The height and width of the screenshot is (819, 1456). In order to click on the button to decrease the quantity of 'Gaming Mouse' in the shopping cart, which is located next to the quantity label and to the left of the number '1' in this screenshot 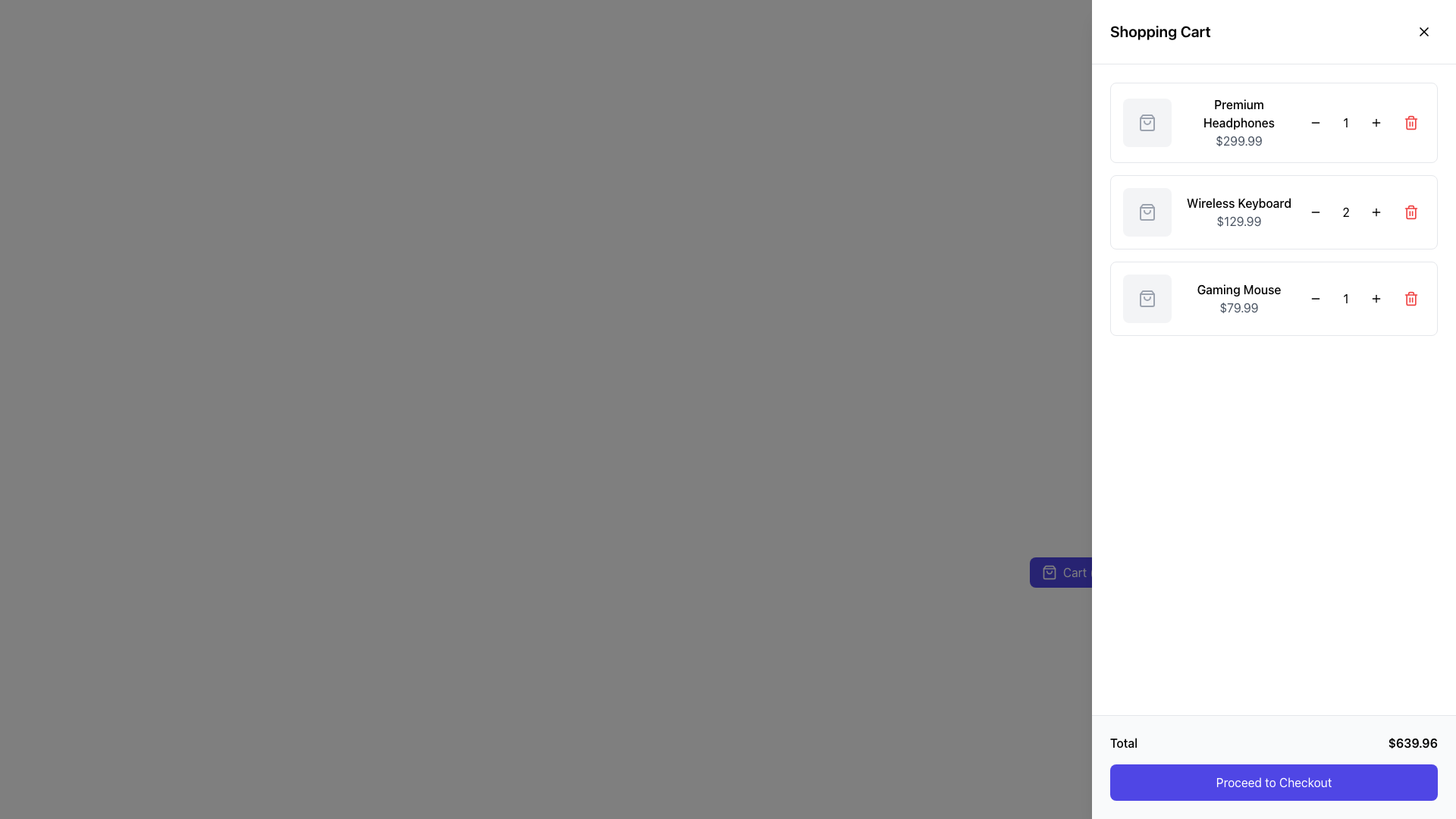, I will do `click(1314, 298)`.